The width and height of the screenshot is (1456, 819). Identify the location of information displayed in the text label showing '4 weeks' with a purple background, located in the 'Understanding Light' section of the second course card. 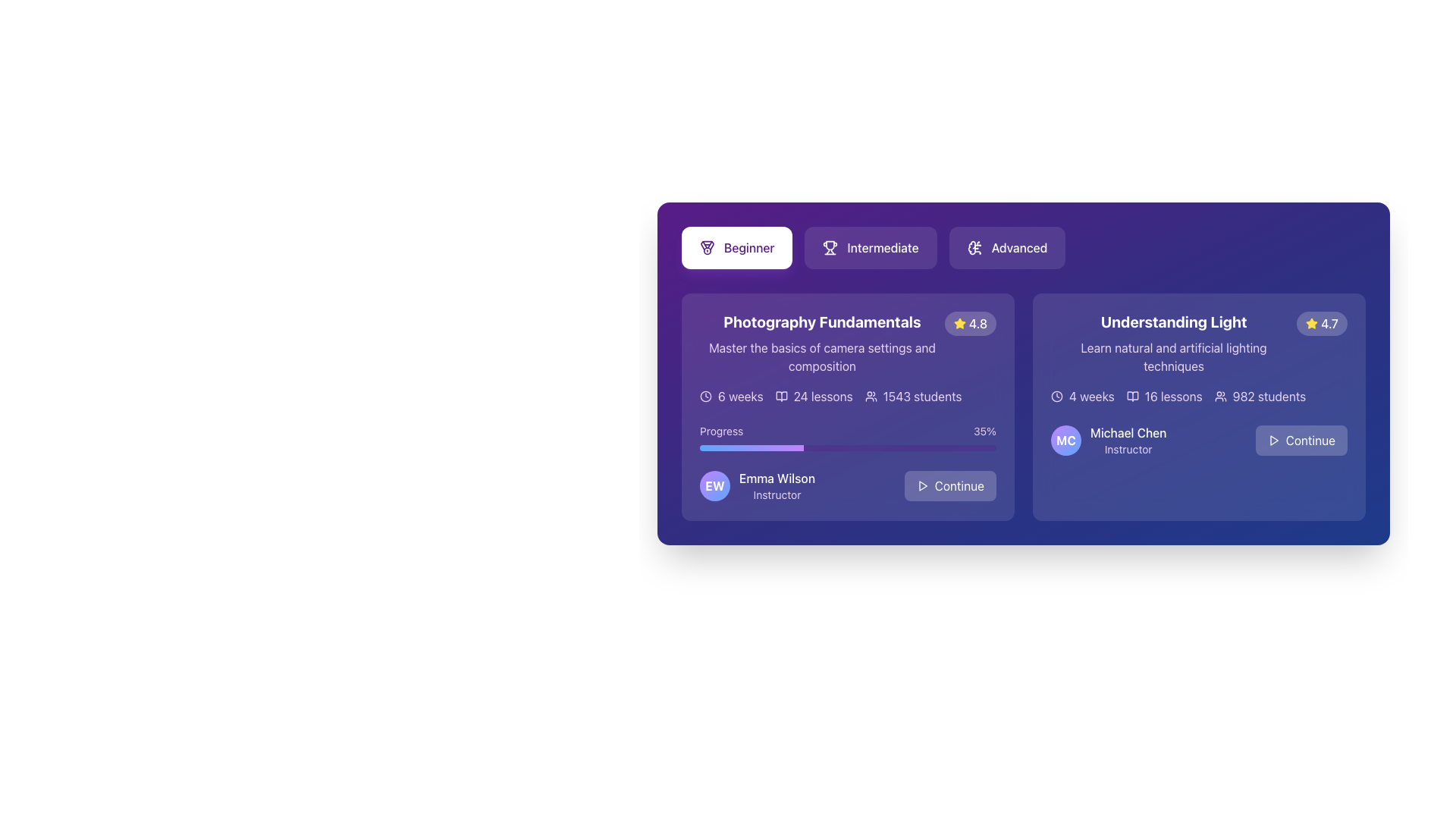
(1090, 396).